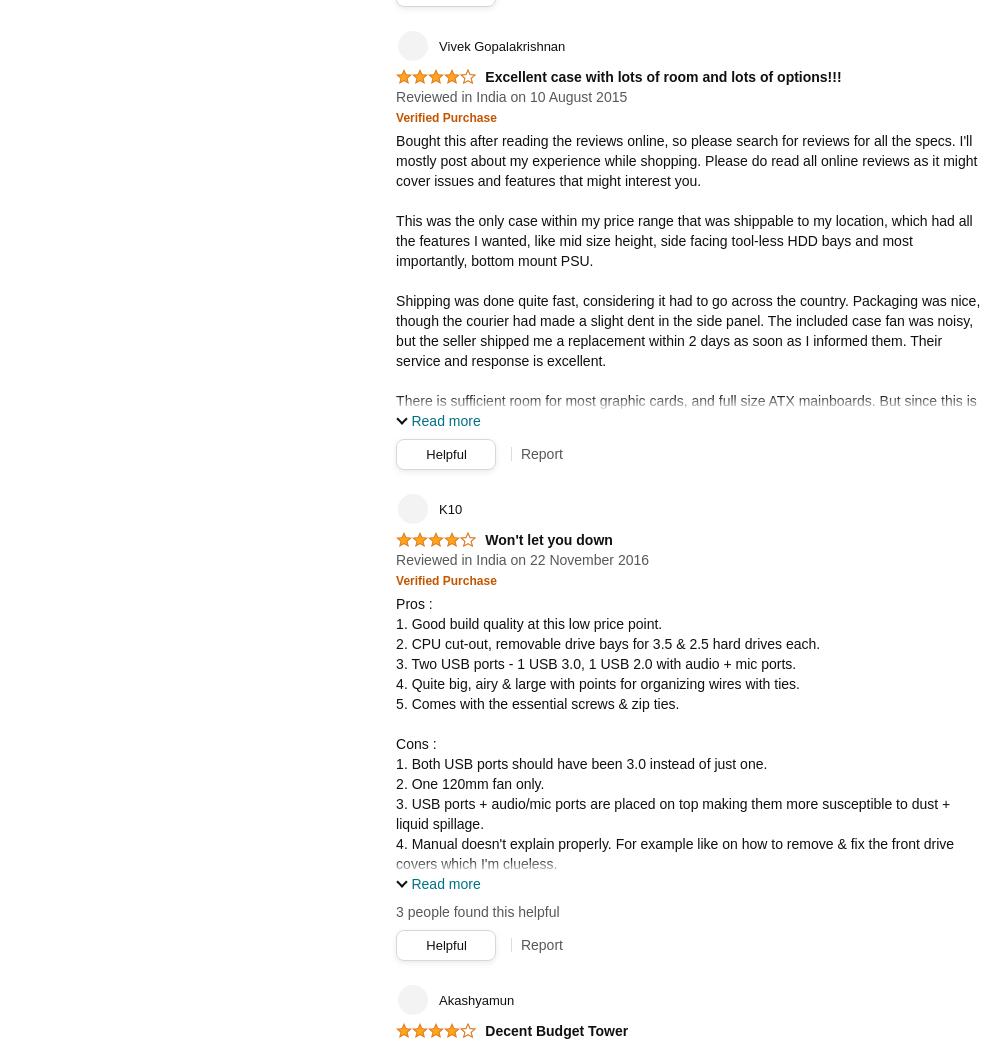  I want to click on '3. USB ports + audio/mic ports are placed on top making them more susceptible to dust + liquid spillage.', so click(396, 811).